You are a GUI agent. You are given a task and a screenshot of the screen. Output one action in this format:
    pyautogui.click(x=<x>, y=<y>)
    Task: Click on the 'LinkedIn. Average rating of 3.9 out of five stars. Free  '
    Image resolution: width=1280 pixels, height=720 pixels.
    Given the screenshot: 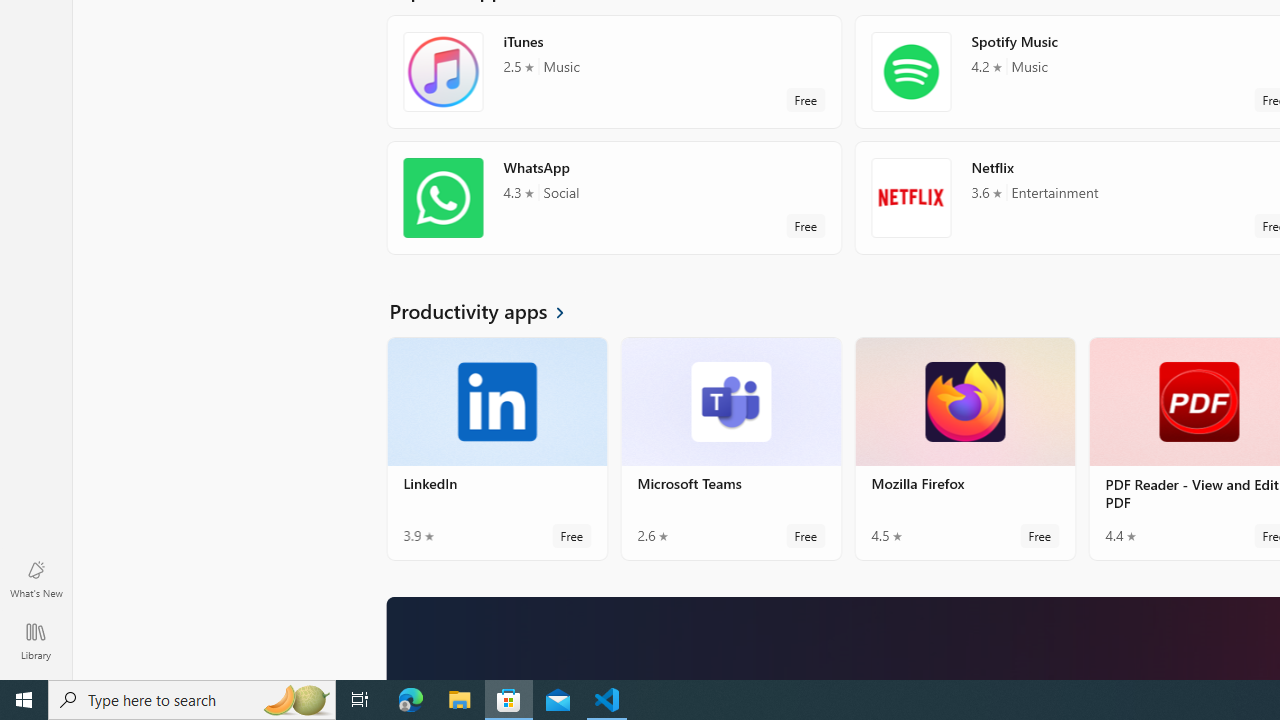 What is the action you would take?
    pyautogui.click(x=497, y=456)
    